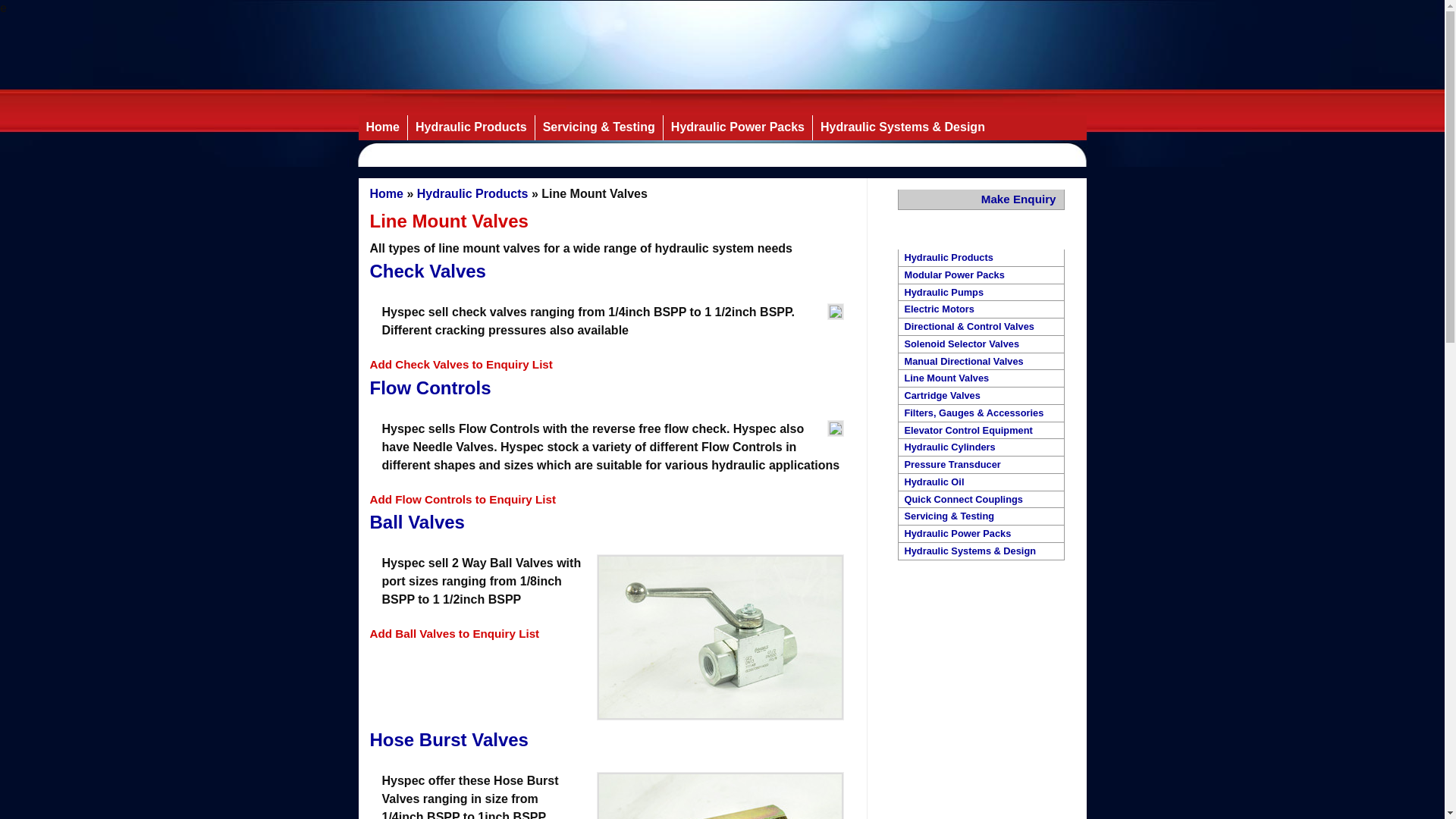 This screenshot has height=819, width=1456. I want to click on 'Hose Burst Valves', so click(370, 739).